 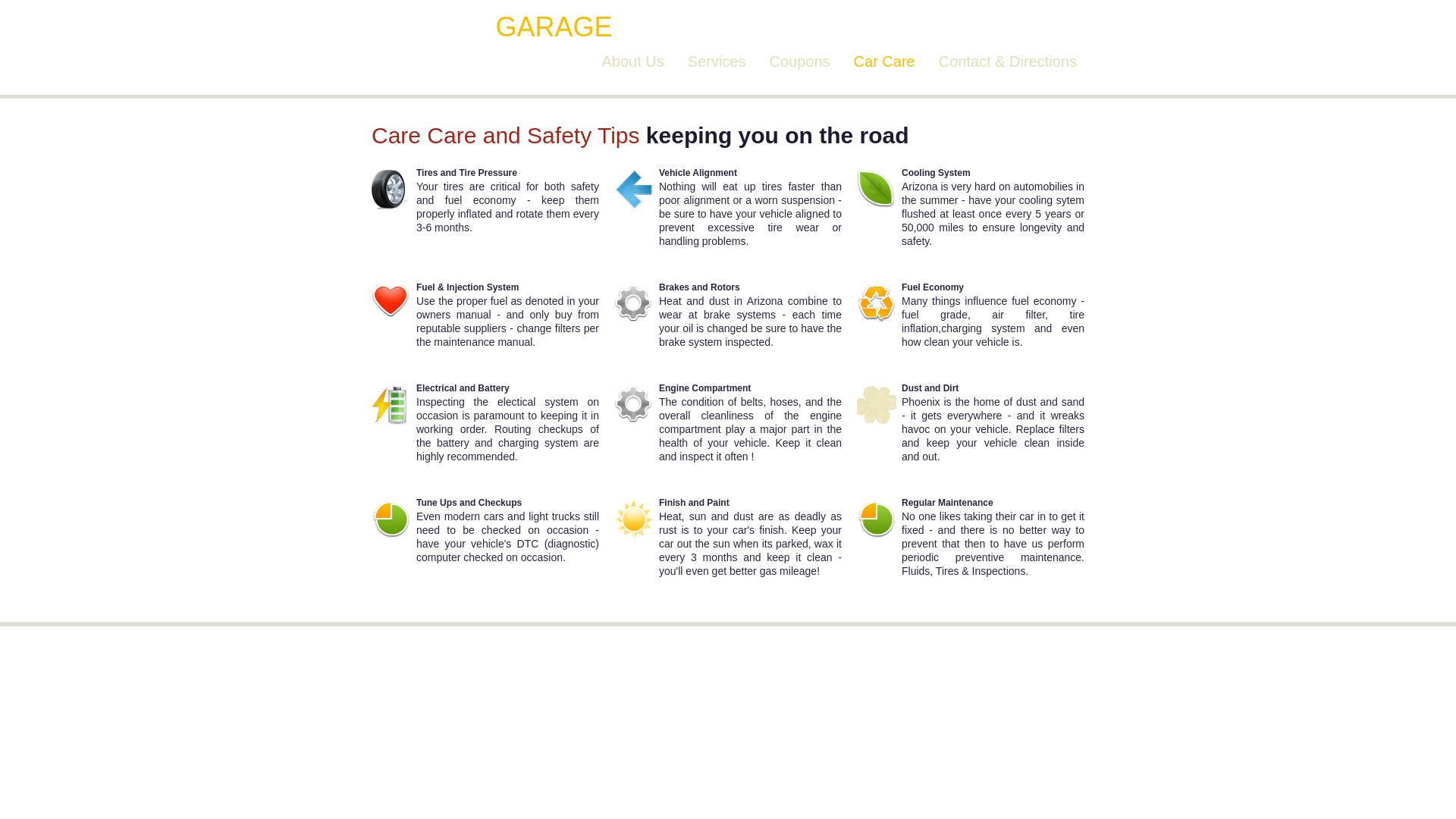 I want to click on 'Car Care', so click(x=884, y=61).